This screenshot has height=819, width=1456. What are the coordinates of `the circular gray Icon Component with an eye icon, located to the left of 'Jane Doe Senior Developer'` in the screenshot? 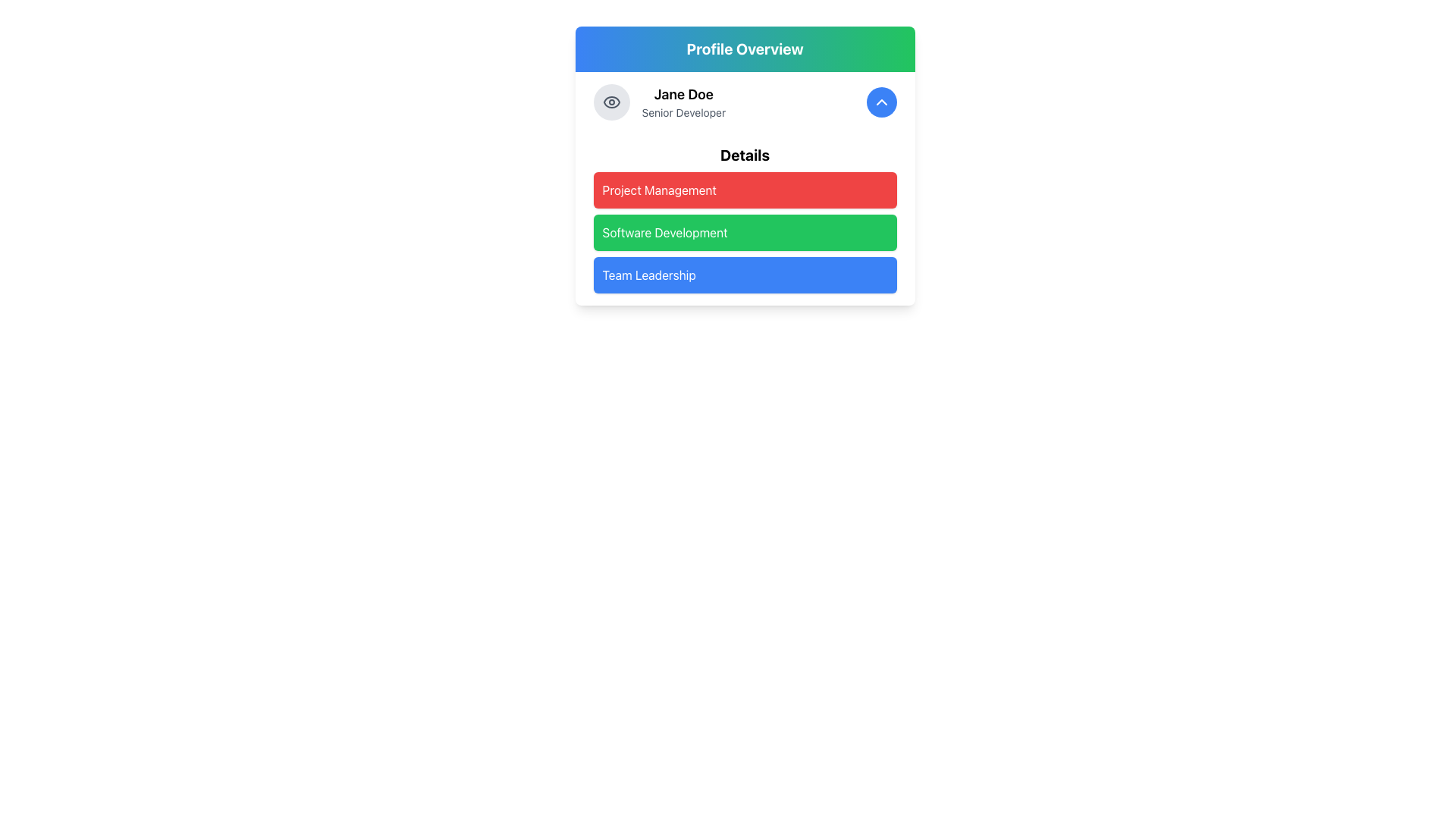 It's located at (611, 102).